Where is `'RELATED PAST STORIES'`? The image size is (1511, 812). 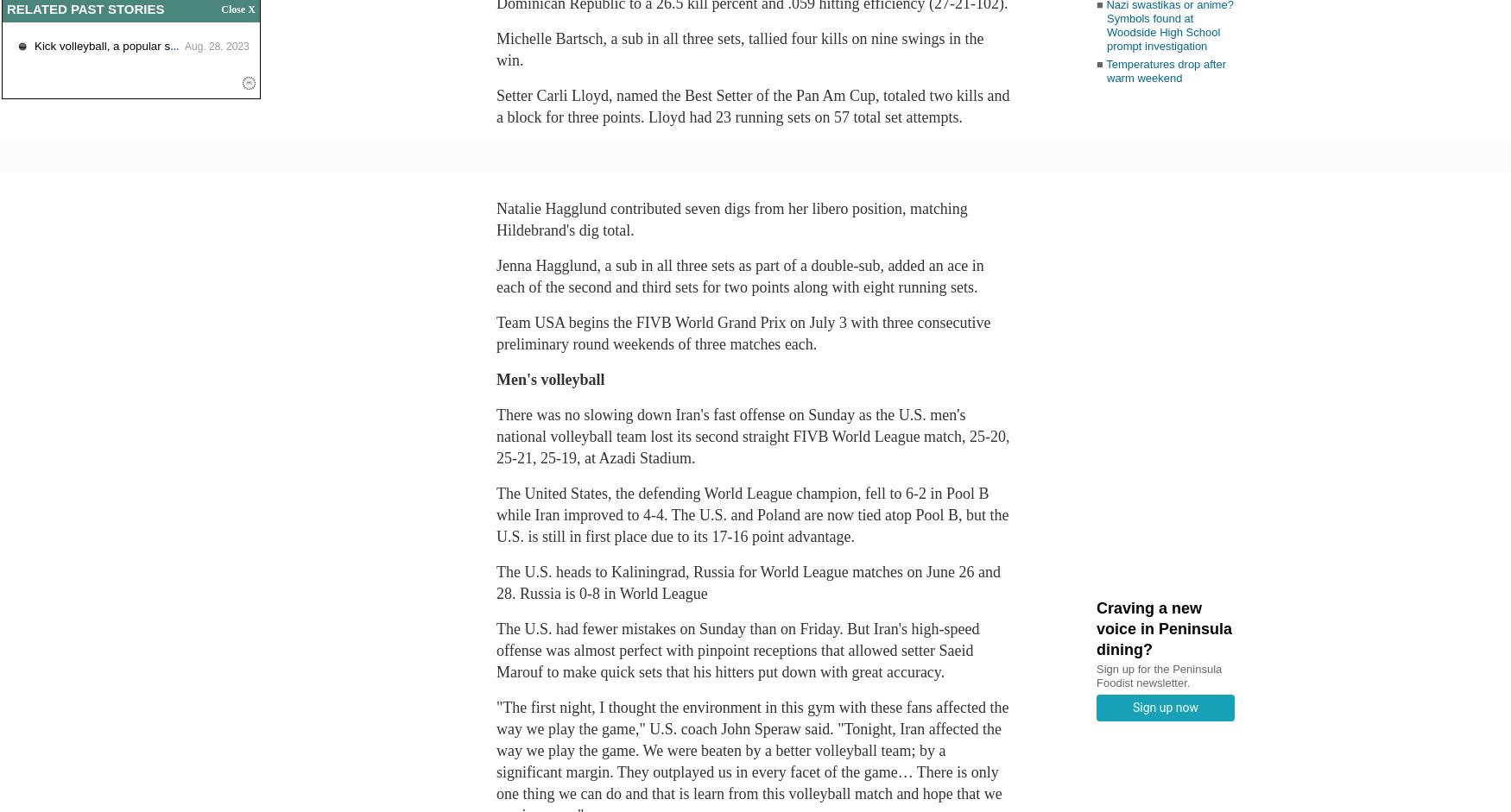 'RELATED PAST STORIES' is located at coordinates (85, 9).